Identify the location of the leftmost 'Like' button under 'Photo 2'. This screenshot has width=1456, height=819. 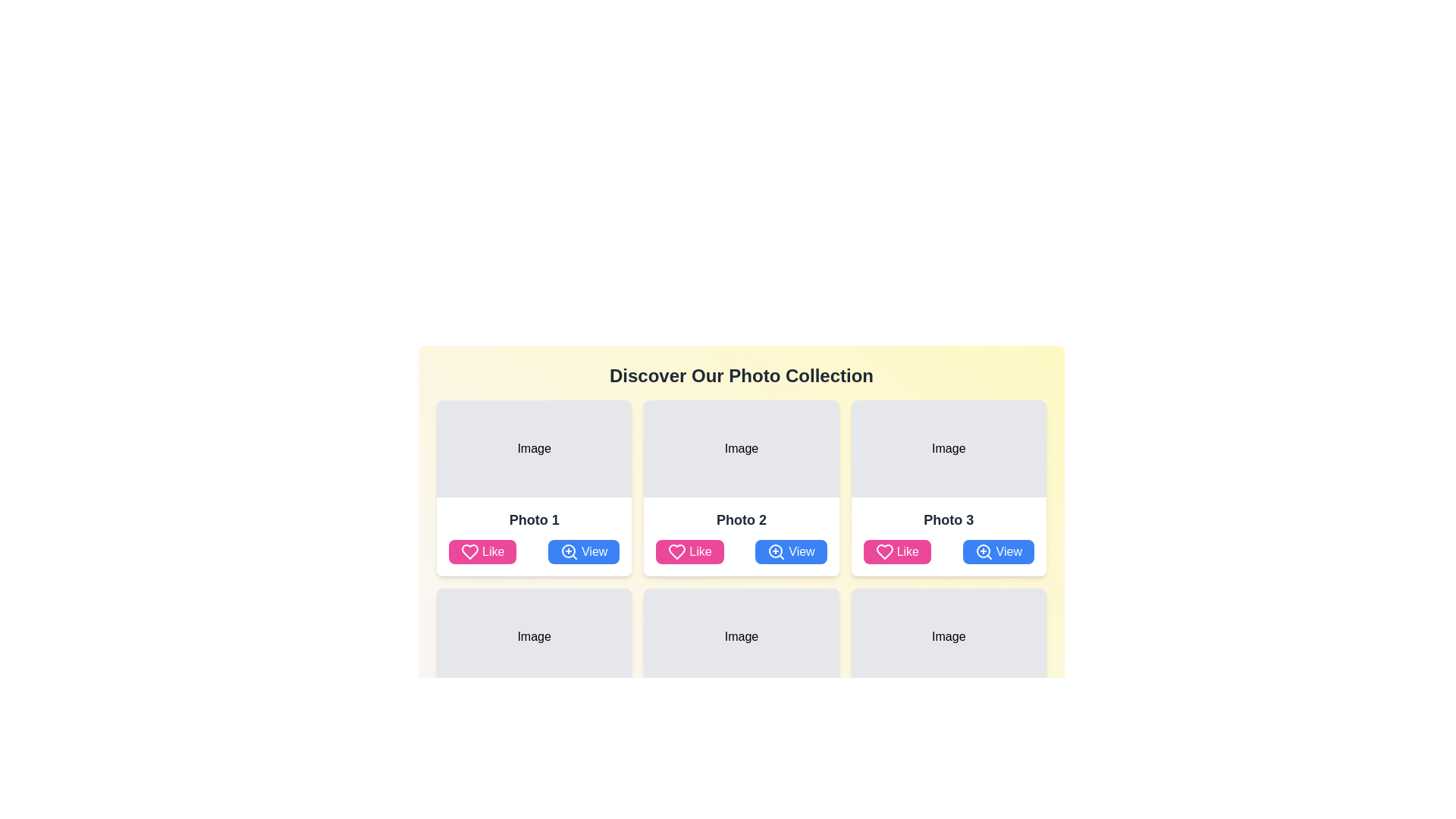
(689, 552).